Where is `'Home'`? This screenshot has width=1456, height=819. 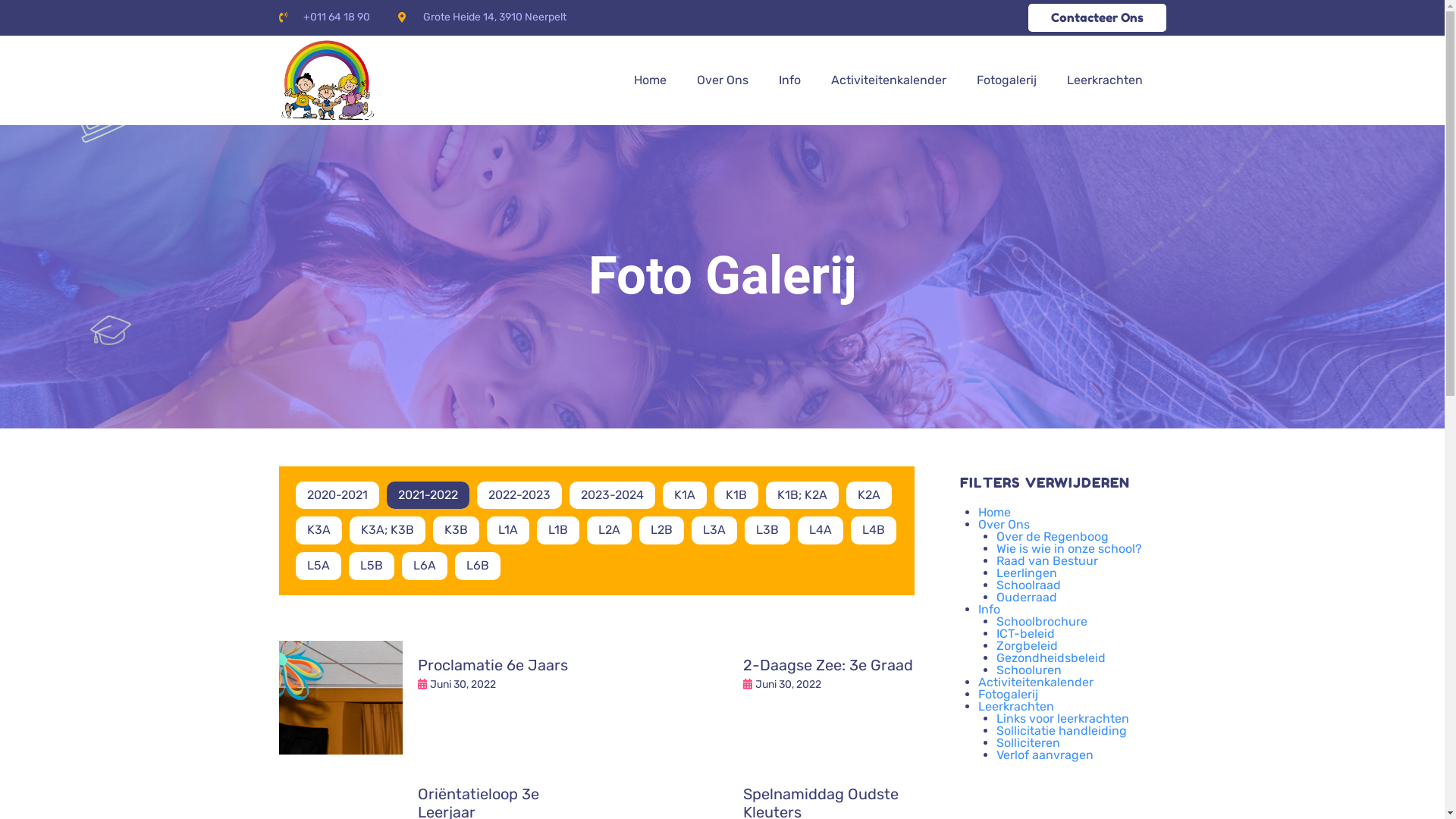 'Home' is located at coordinates (994, 512).